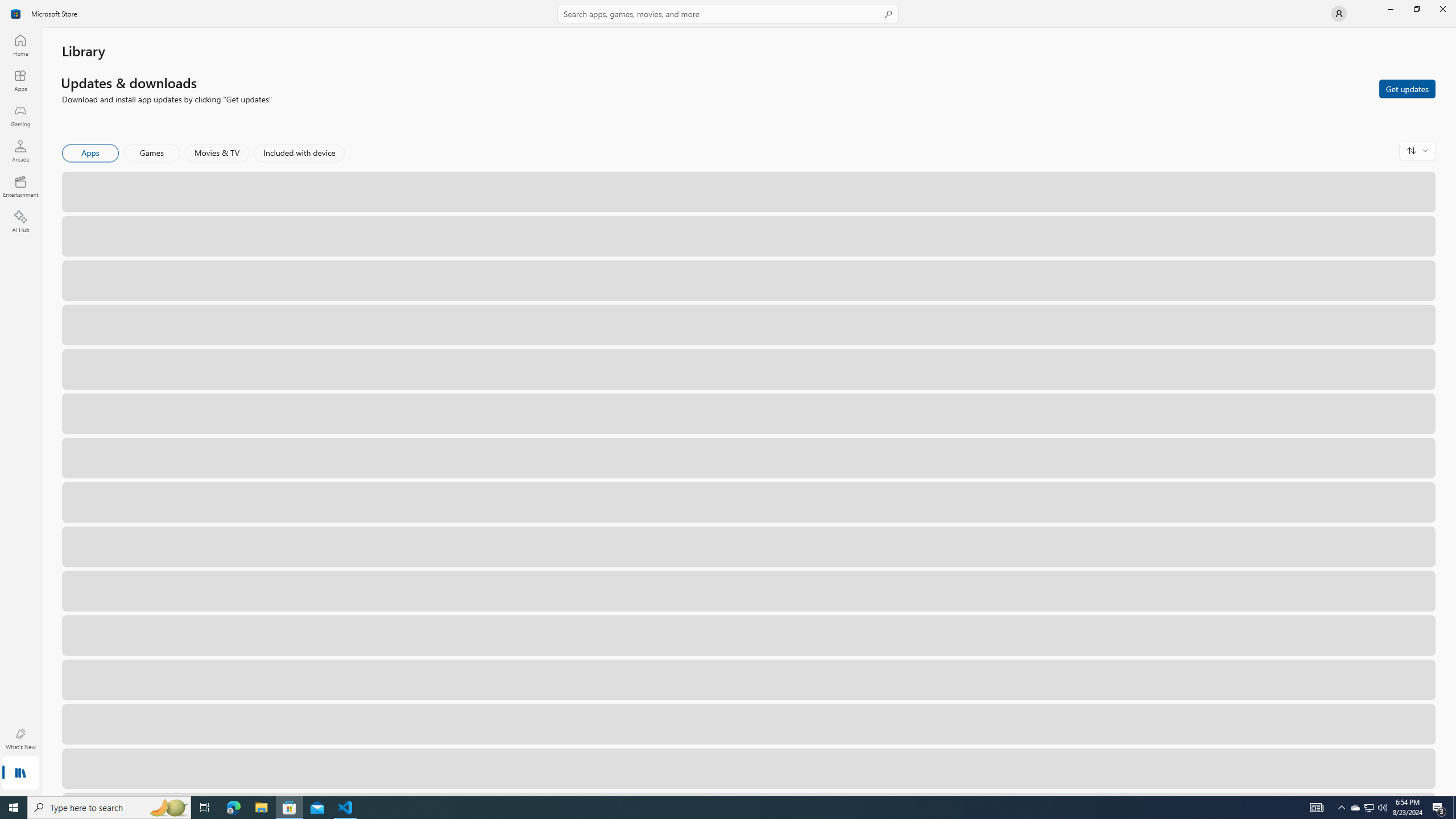 The width and height of the screenshot is (1456, 819). I want to click on 'Class: Image', so click(16, 13).